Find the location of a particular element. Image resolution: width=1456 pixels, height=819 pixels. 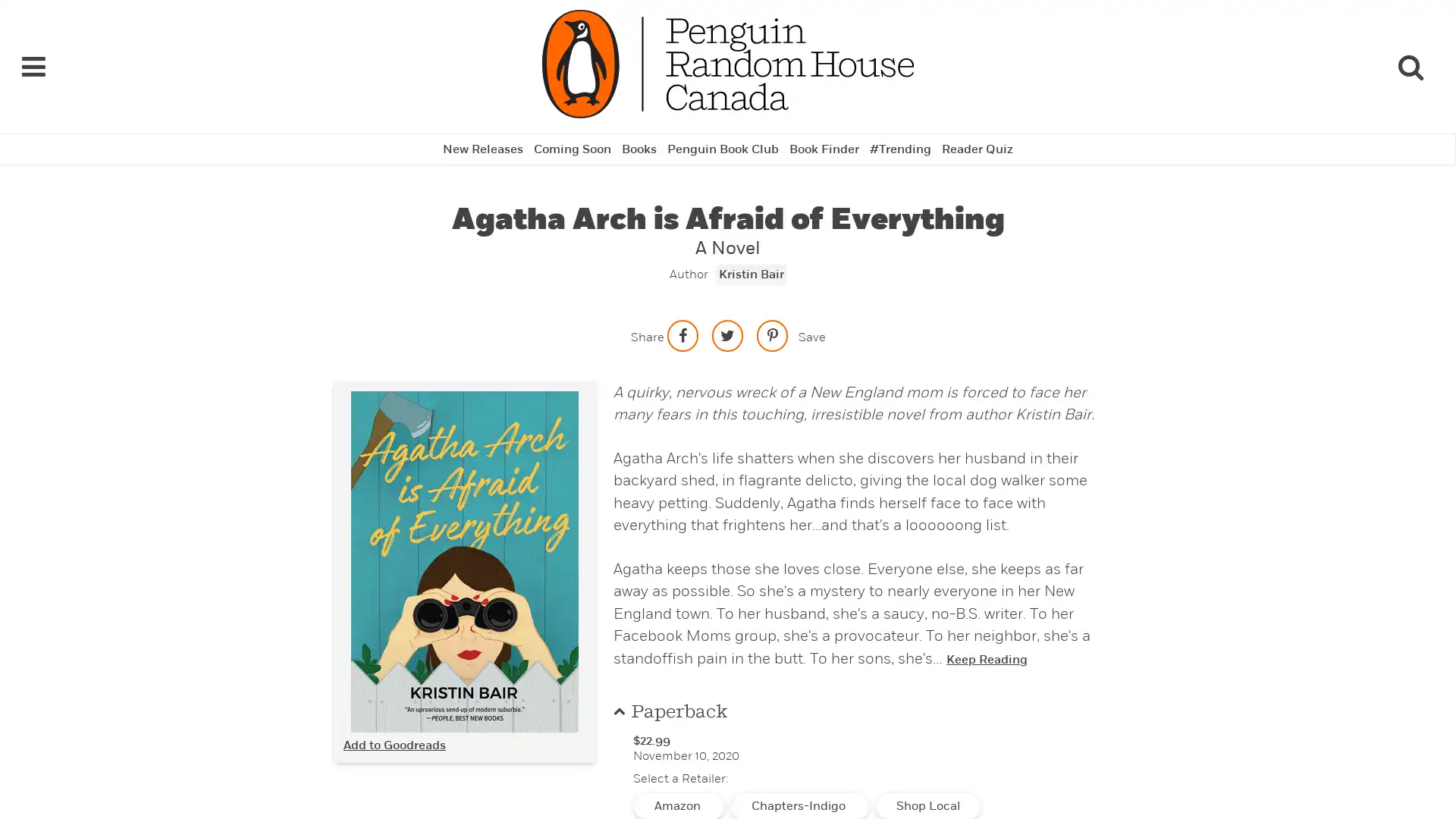

Share on twitter is located at coordinates (726, 284).